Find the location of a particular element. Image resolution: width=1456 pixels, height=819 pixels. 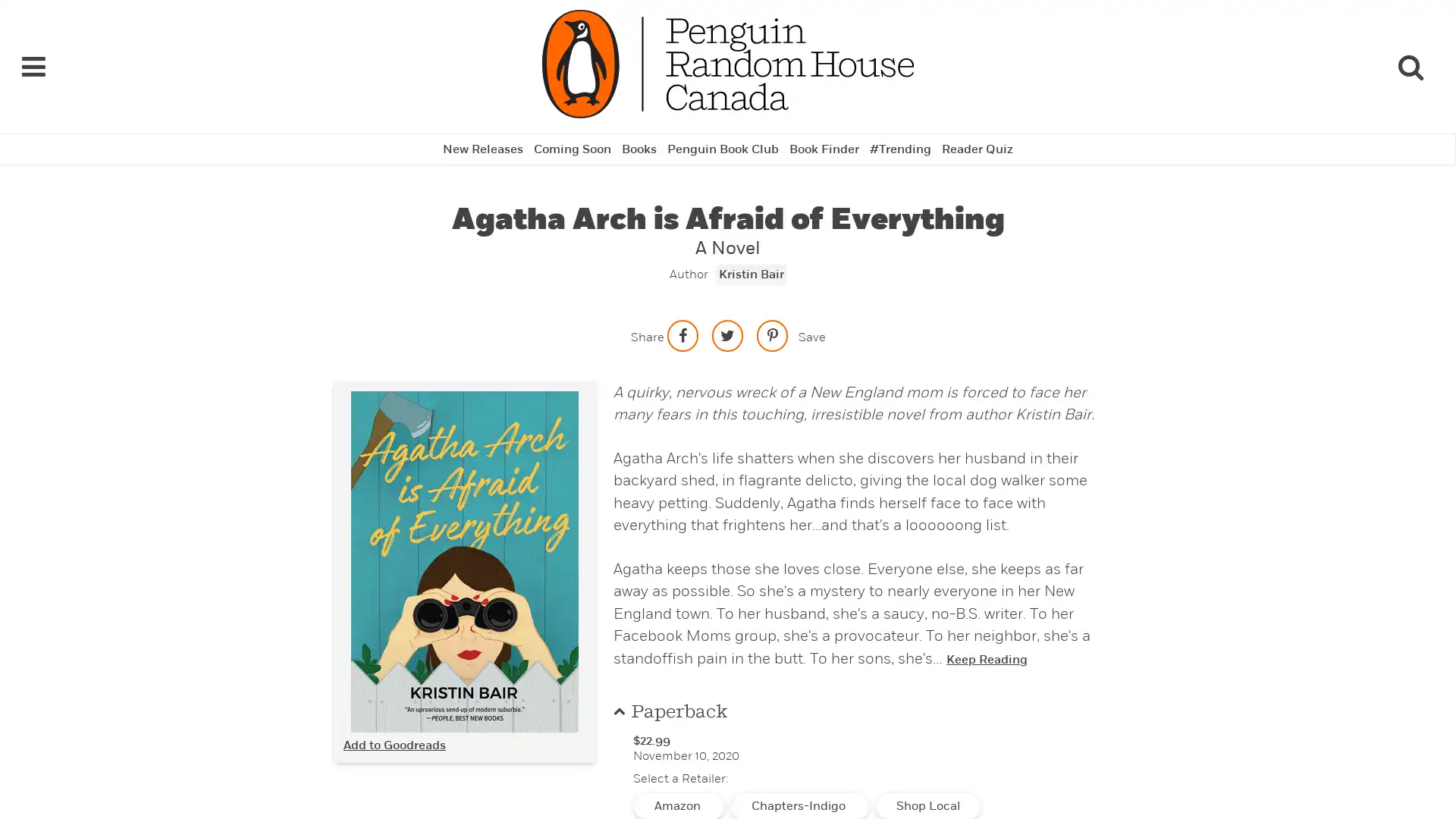

Share on twitter is located at coordinates (726, 284).